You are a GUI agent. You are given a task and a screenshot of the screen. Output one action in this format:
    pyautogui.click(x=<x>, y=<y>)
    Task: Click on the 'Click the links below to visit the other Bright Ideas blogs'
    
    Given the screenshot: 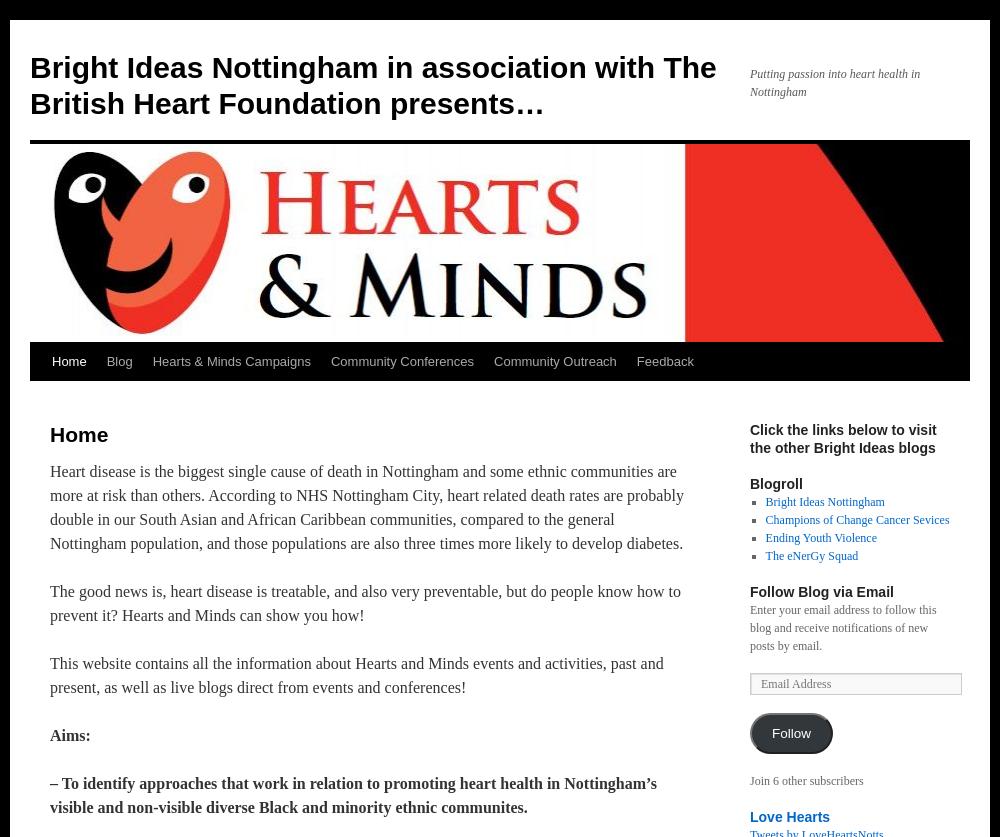 What is the action you would take?
    pyautogui.click(x=842, y=438)
    